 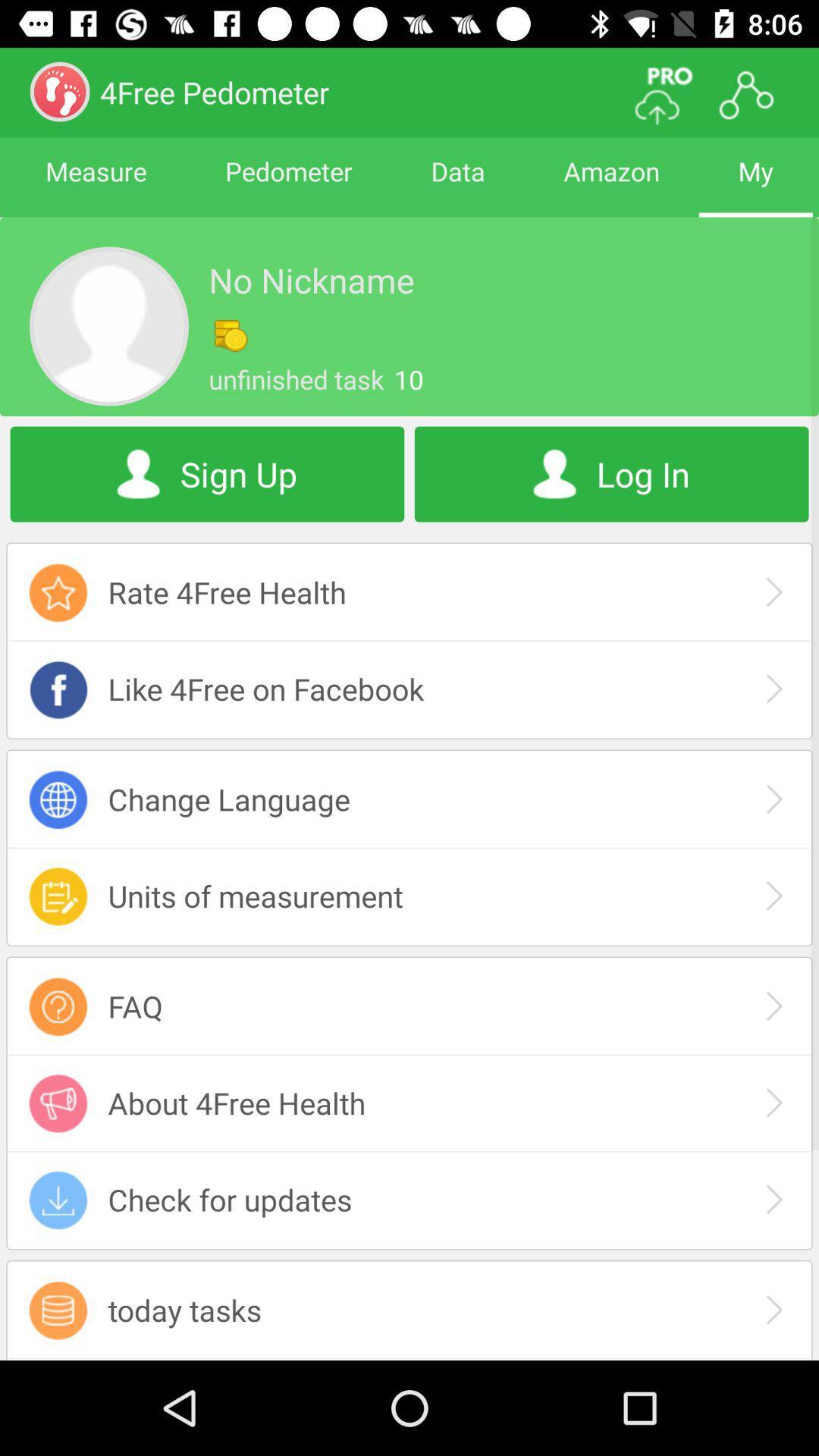 I want to click on icon to the left of my, so click(x=610, y=184).